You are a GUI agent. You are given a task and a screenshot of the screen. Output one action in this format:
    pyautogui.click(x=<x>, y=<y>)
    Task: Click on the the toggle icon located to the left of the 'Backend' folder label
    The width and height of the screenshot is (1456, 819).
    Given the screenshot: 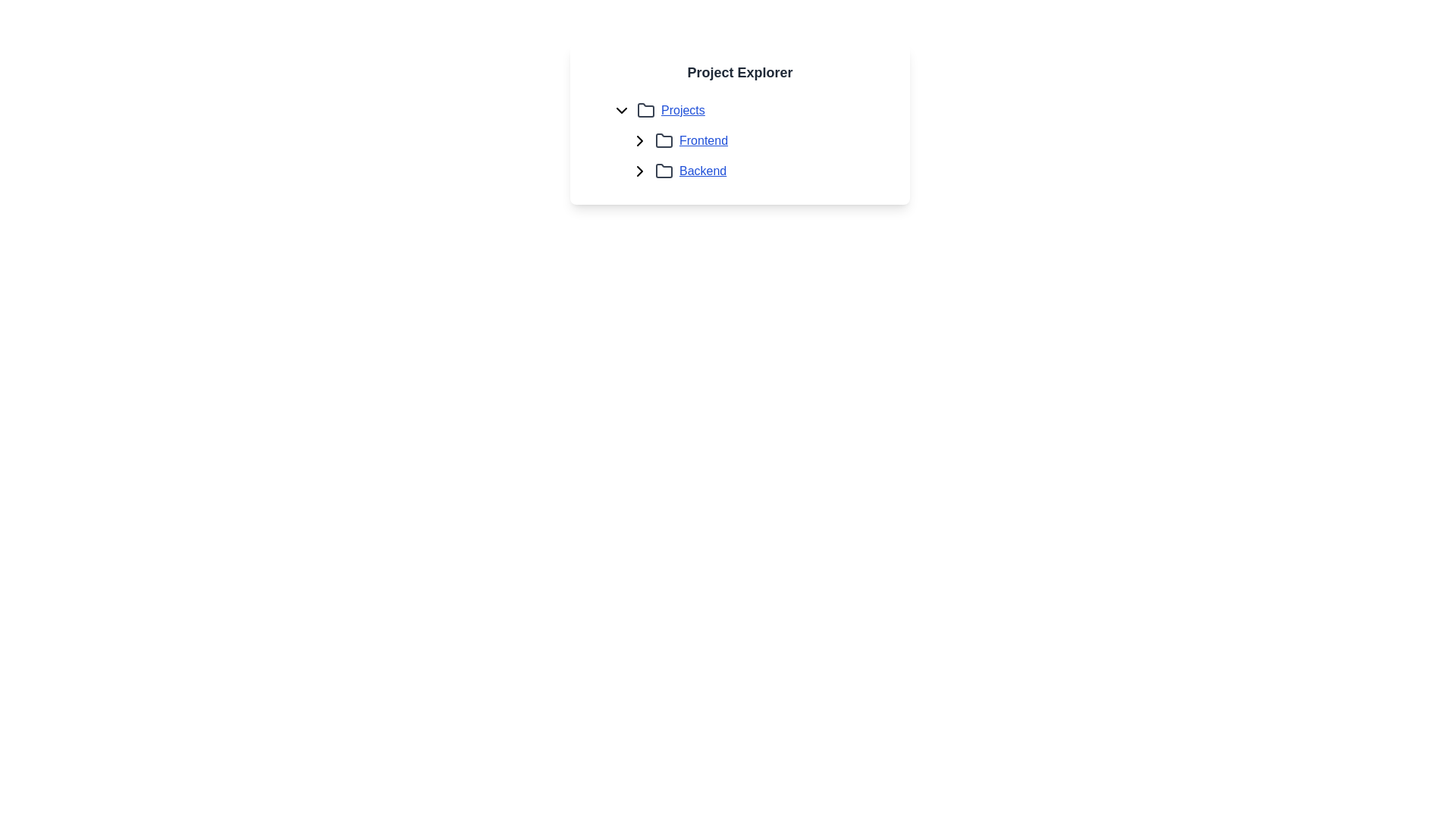 What is the action you would take?
    pyautogui.click(x=640, y=171)
    